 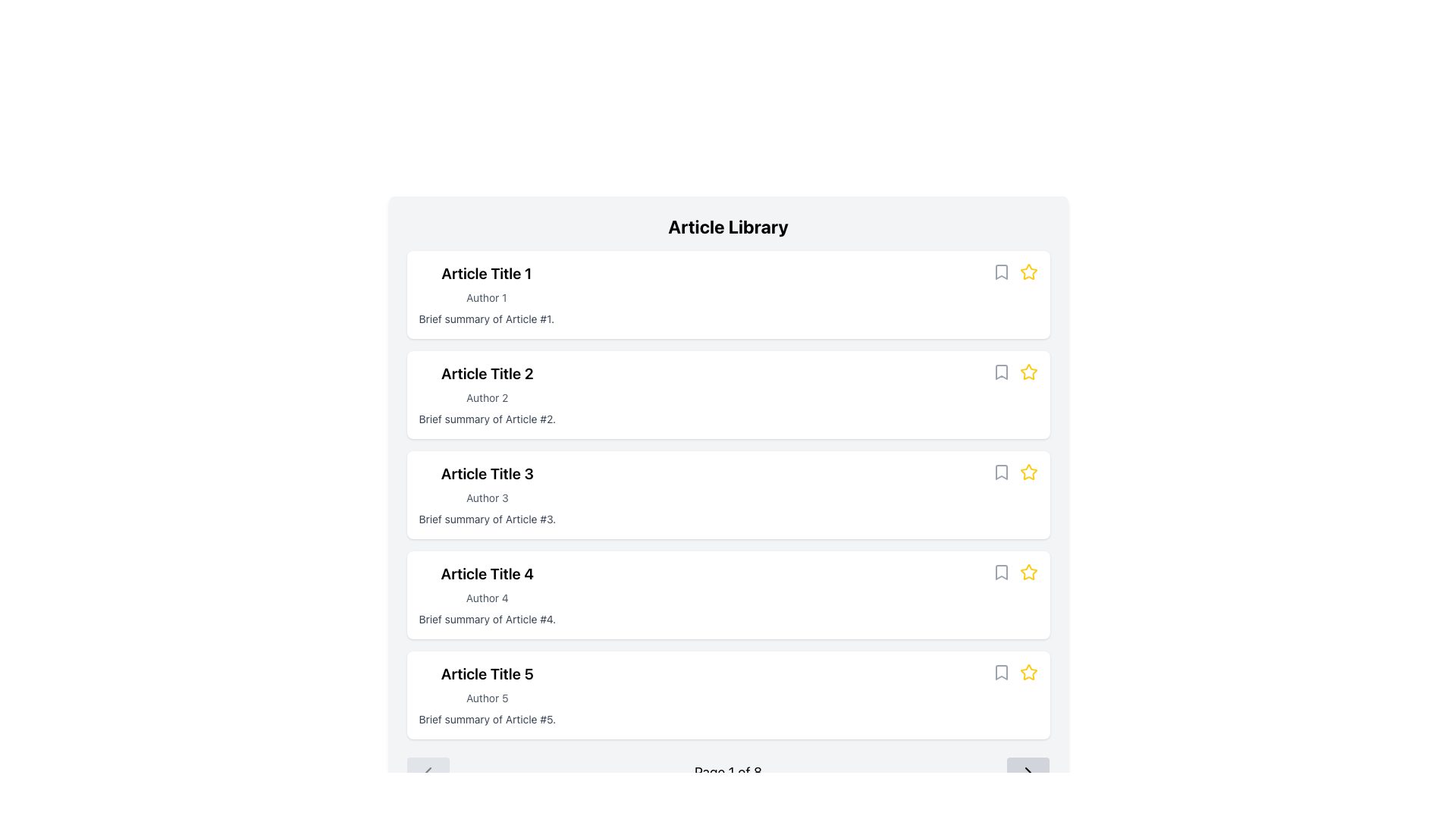 I want to click on text field displaying 'Brief summary of Article #5.' located at the bottom of Article #5's section, so click(x=487, y=718).